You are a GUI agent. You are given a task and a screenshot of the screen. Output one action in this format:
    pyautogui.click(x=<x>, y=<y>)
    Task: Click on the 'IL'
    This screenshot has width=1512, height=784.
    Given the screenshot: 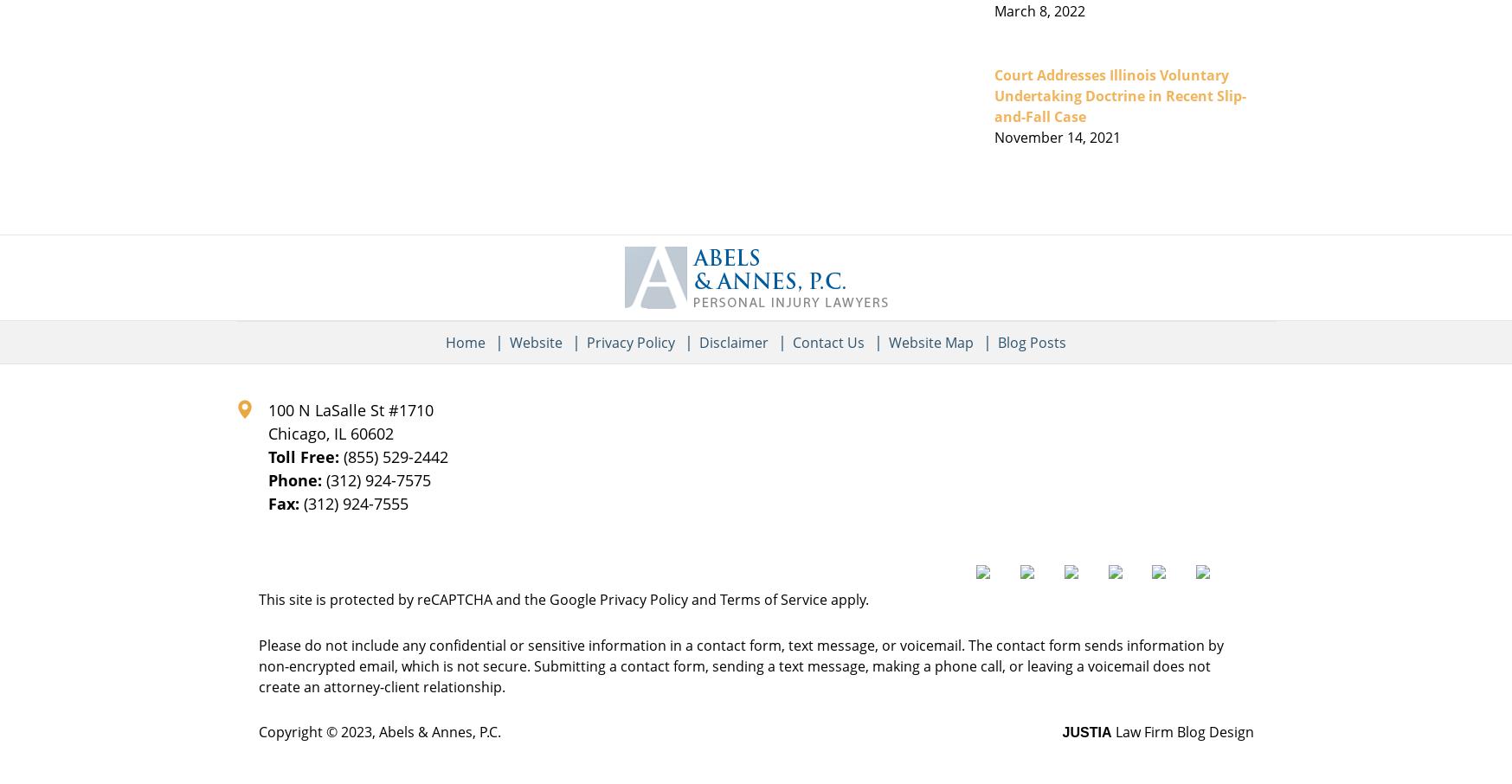 What is the action you would take?
    pyautogui.click(x=338, y=433)
    